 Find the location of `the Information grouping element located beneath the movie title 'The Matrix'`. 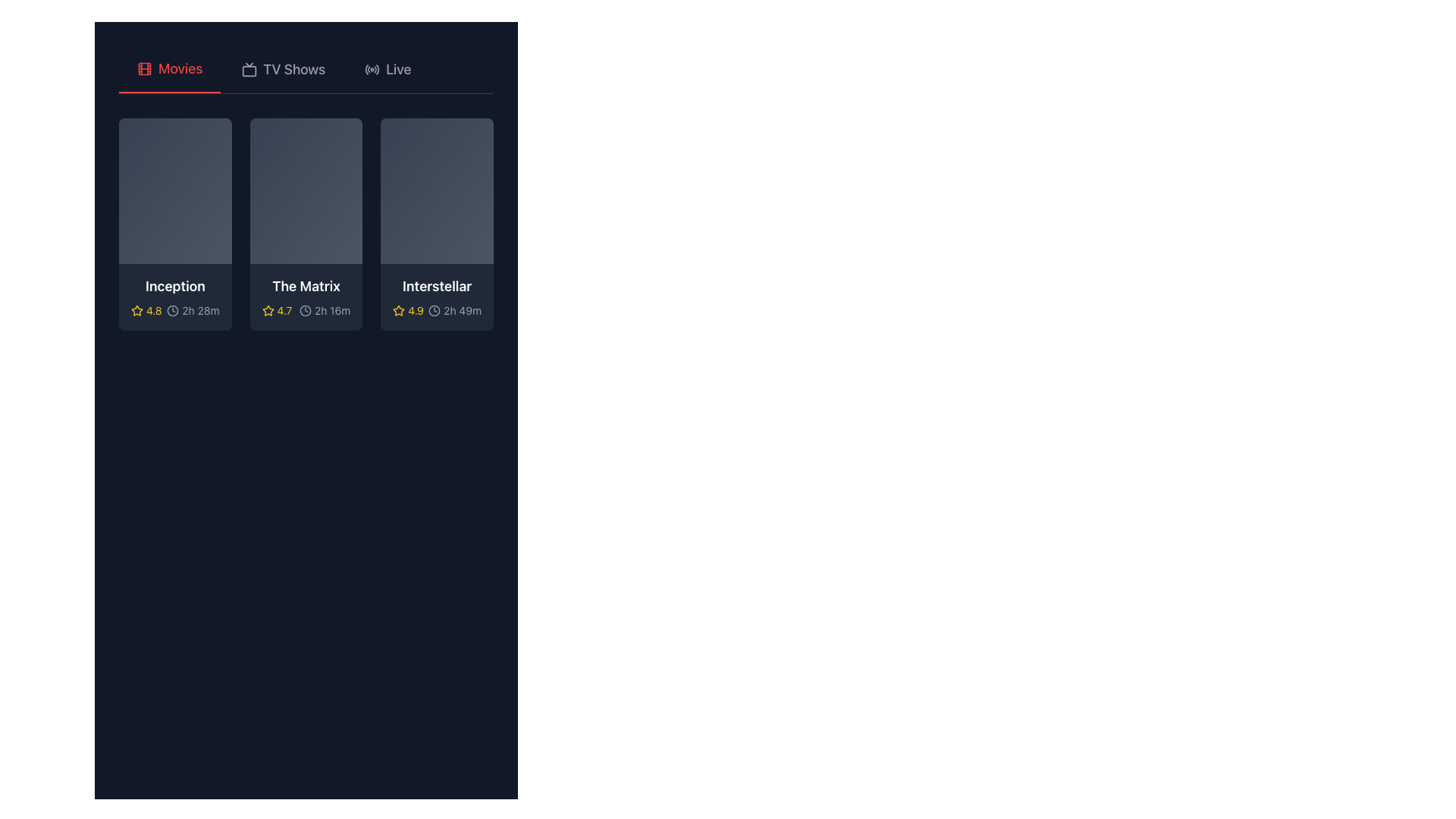

the Information grouping element located beneath the movie title 'The Matrix' is located at coordinates (305, 309).